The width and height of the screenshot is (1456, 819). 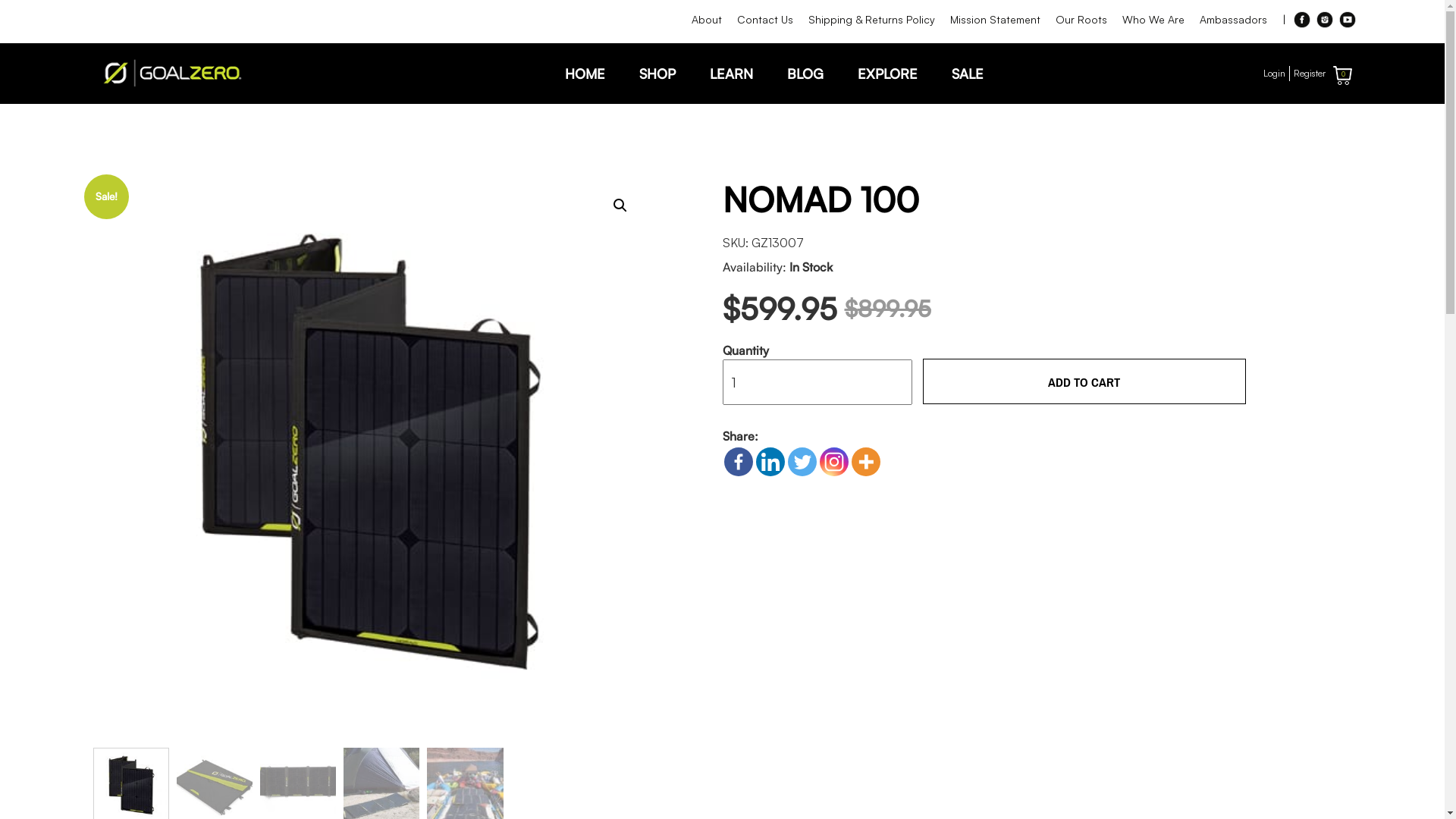 I want to click on 'Login', so click(x=1274, y=73).